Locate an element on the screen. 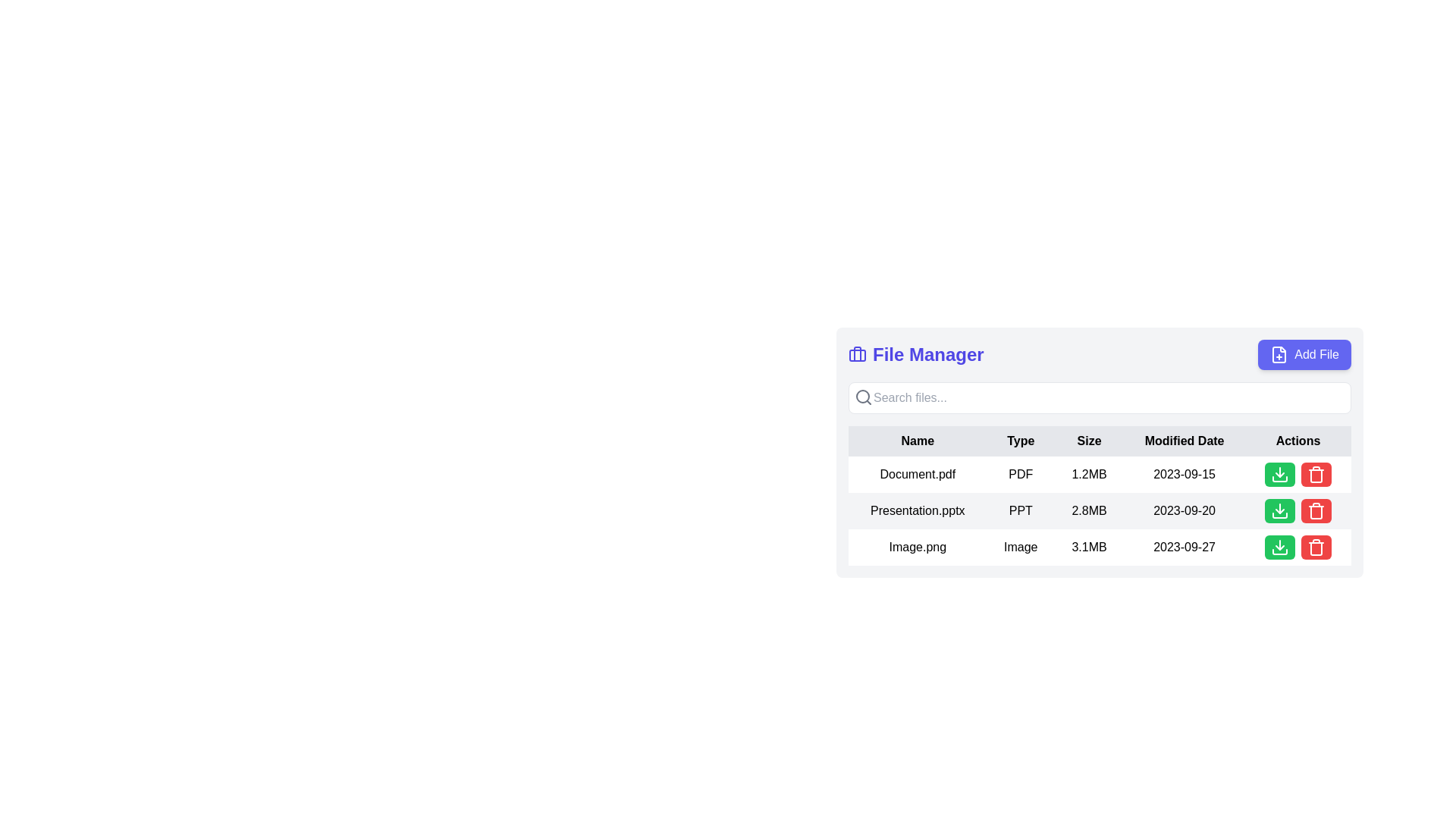  the text label that displays the modification date of the file 'Image.png' in the last column of the last row of the file manager interface is located at coordinates (1184, 547).